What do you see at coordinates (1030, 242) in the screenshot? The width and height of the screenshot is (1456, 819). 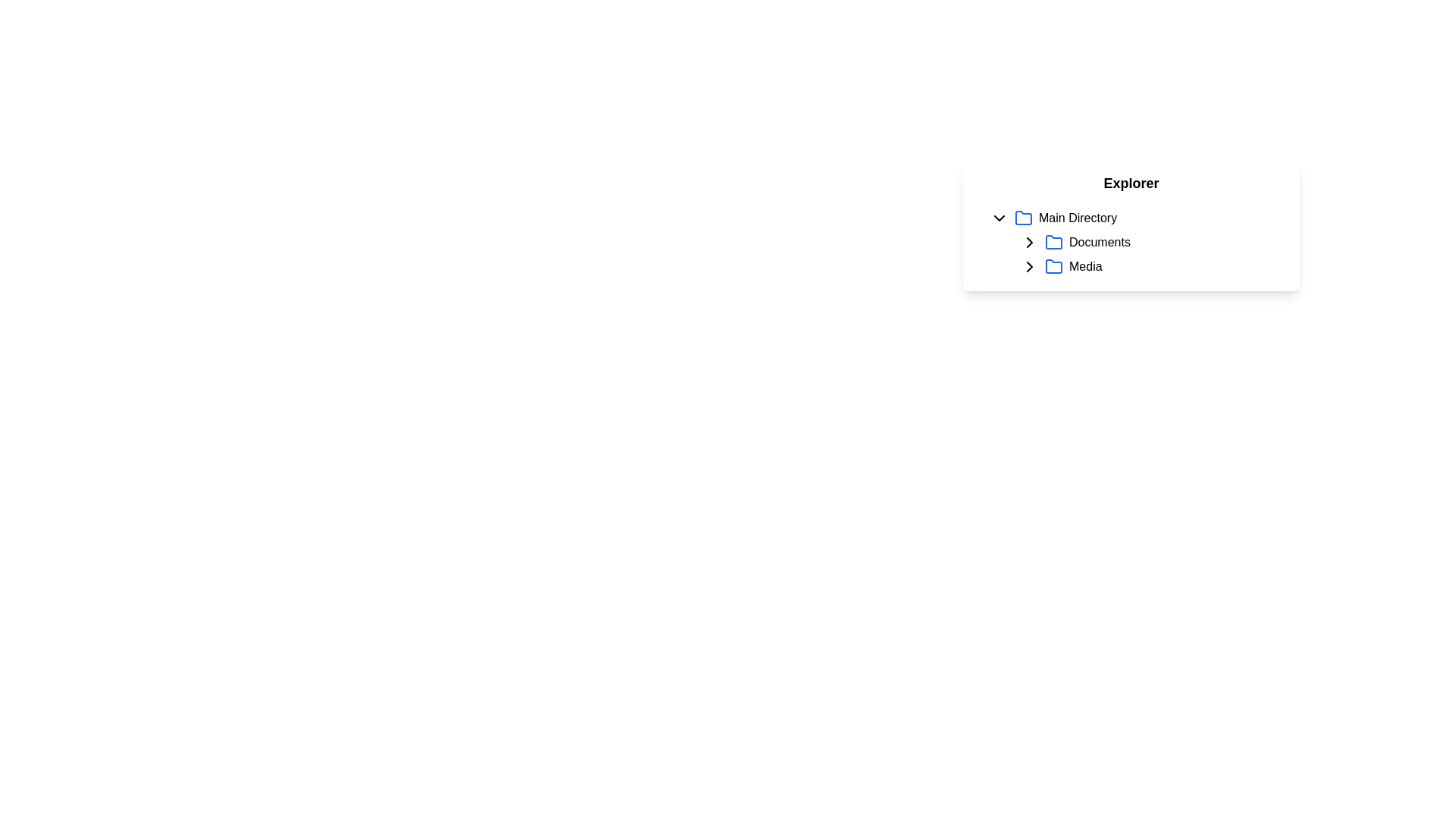 I see `the rightward-pointing chevron icon, which is a hollow arrow styled with a thin stroke, located next to the 'Documents' folder label in the Explorer list` at bounding box center [1030, 242].